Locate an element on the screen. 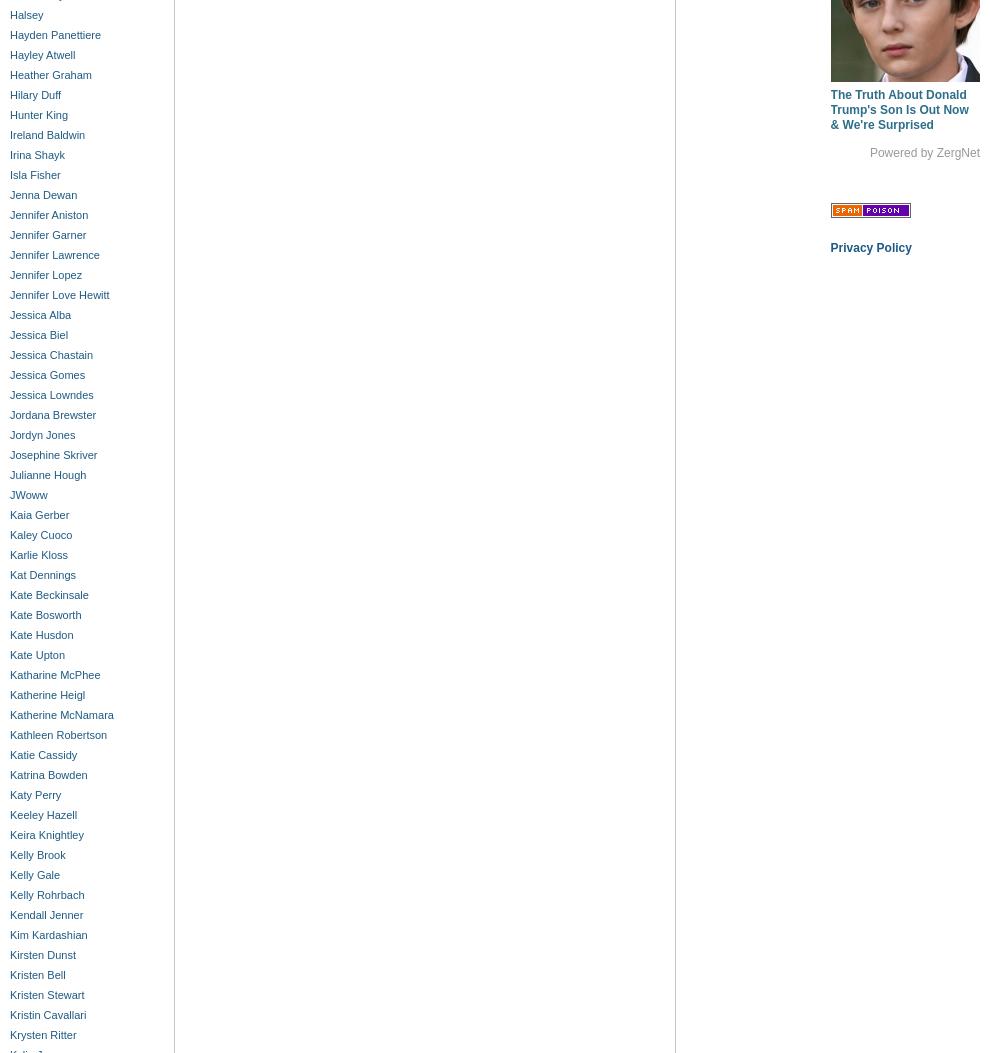 The image size is (990, 1053). 'Privacy Policy' is located at coordinates (870, 246).